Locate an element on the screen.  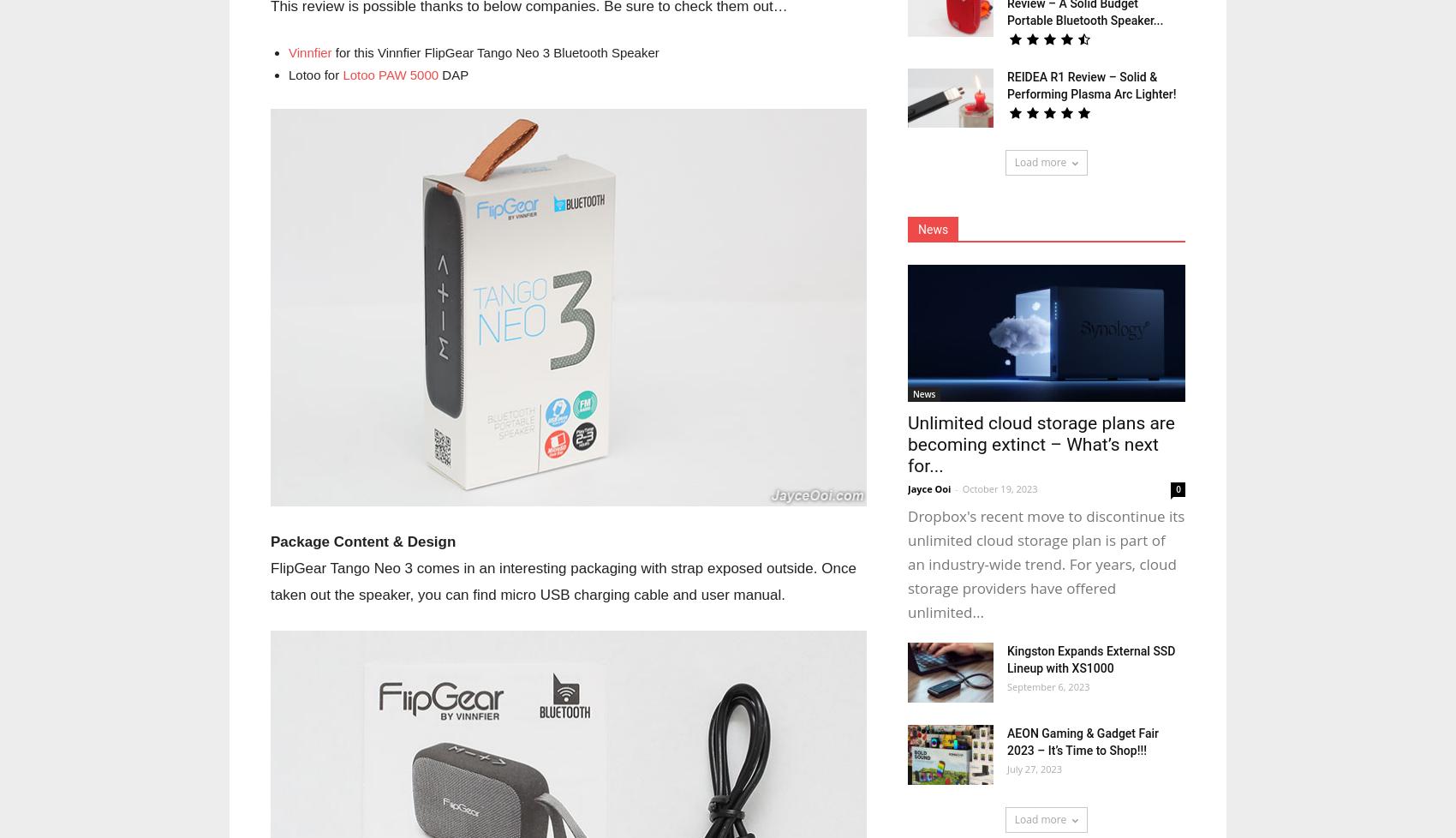
'Lotoo for' is located at coordinates (314, 75).